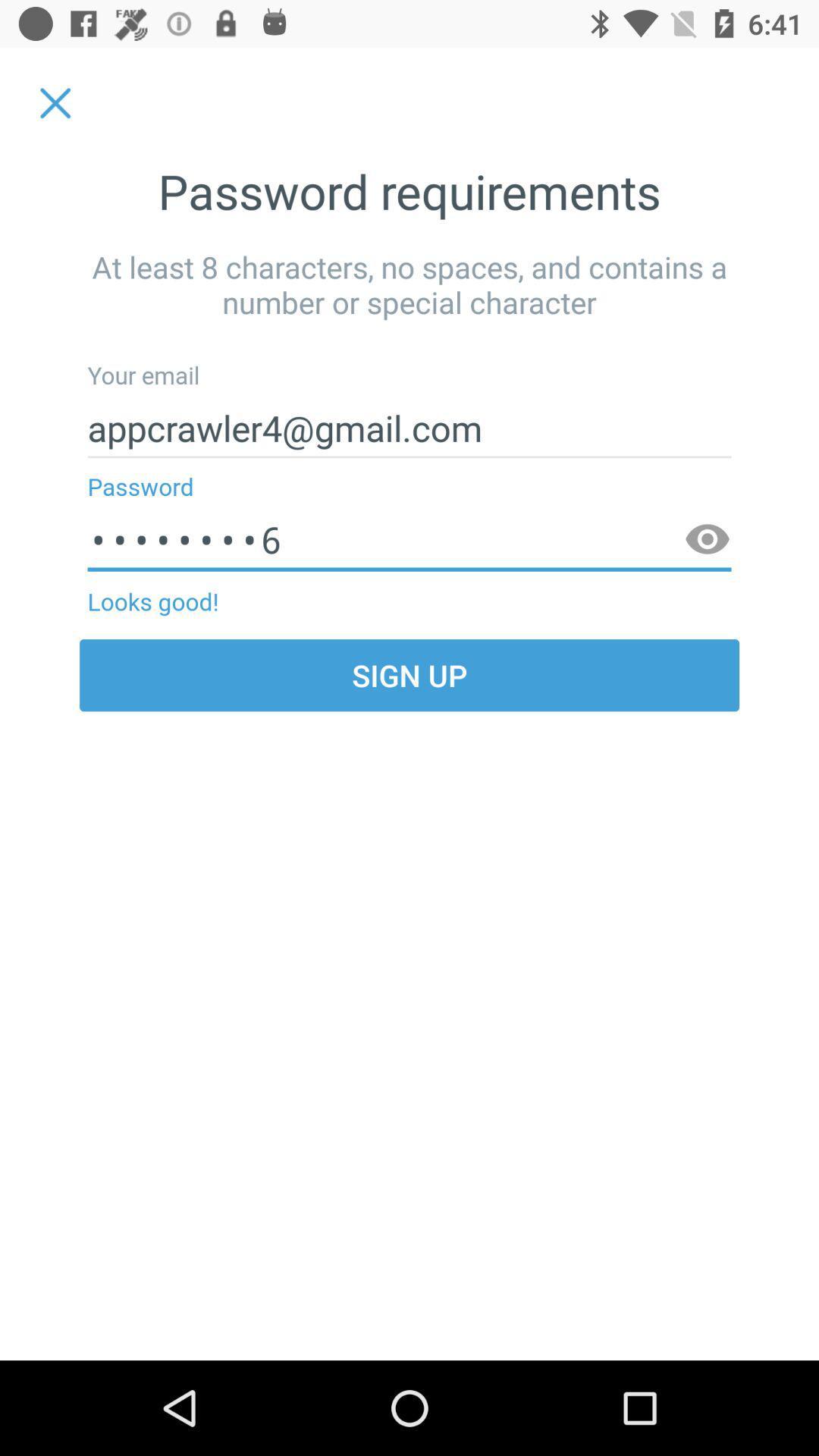 The height and width of the screenshot is (1456, 819). I want to click on app below the looks good! app, so click(409, 674).